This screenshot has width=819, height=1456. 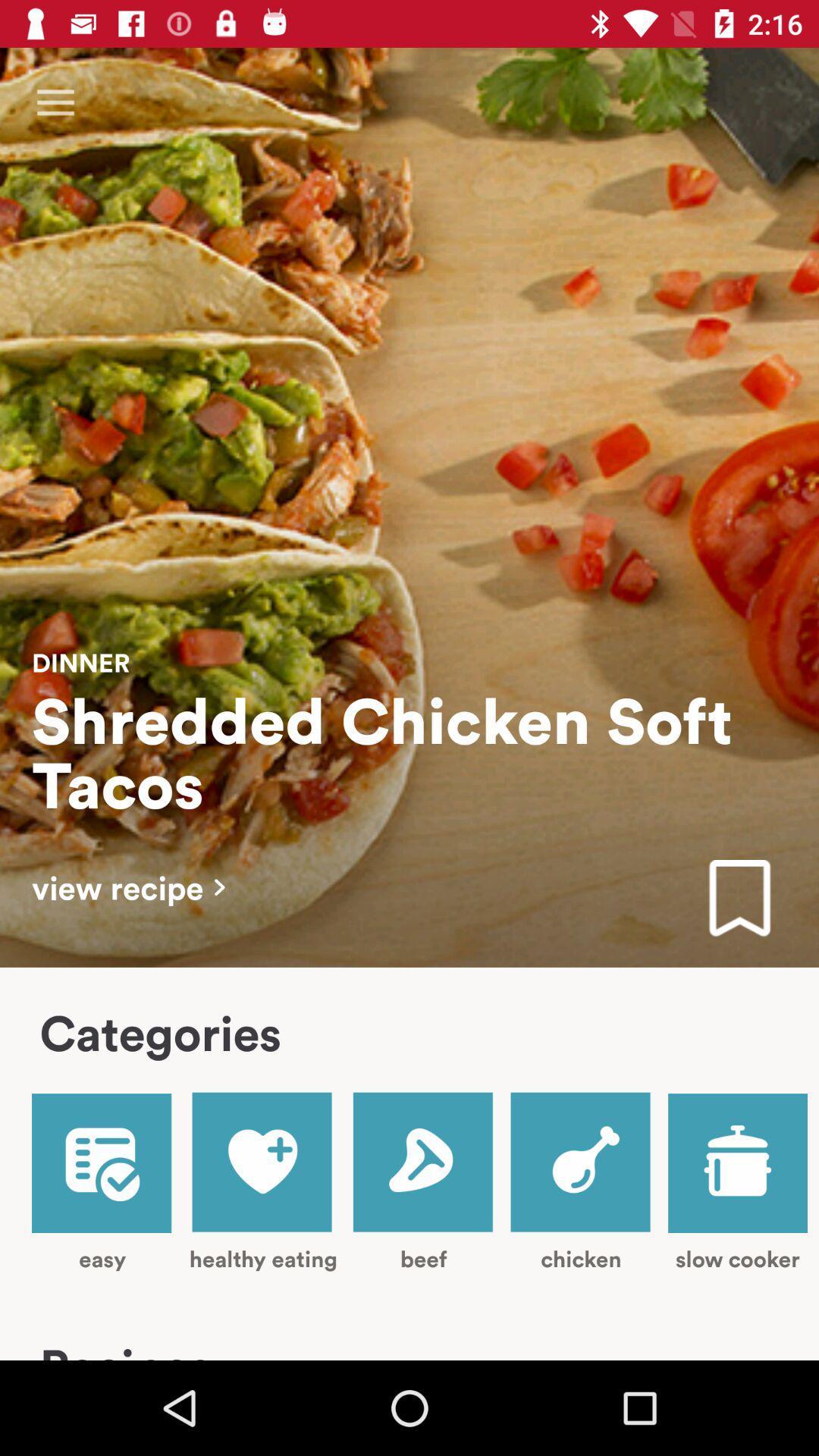 I want to click on item at the top left corner, so click(x=55, y=102).